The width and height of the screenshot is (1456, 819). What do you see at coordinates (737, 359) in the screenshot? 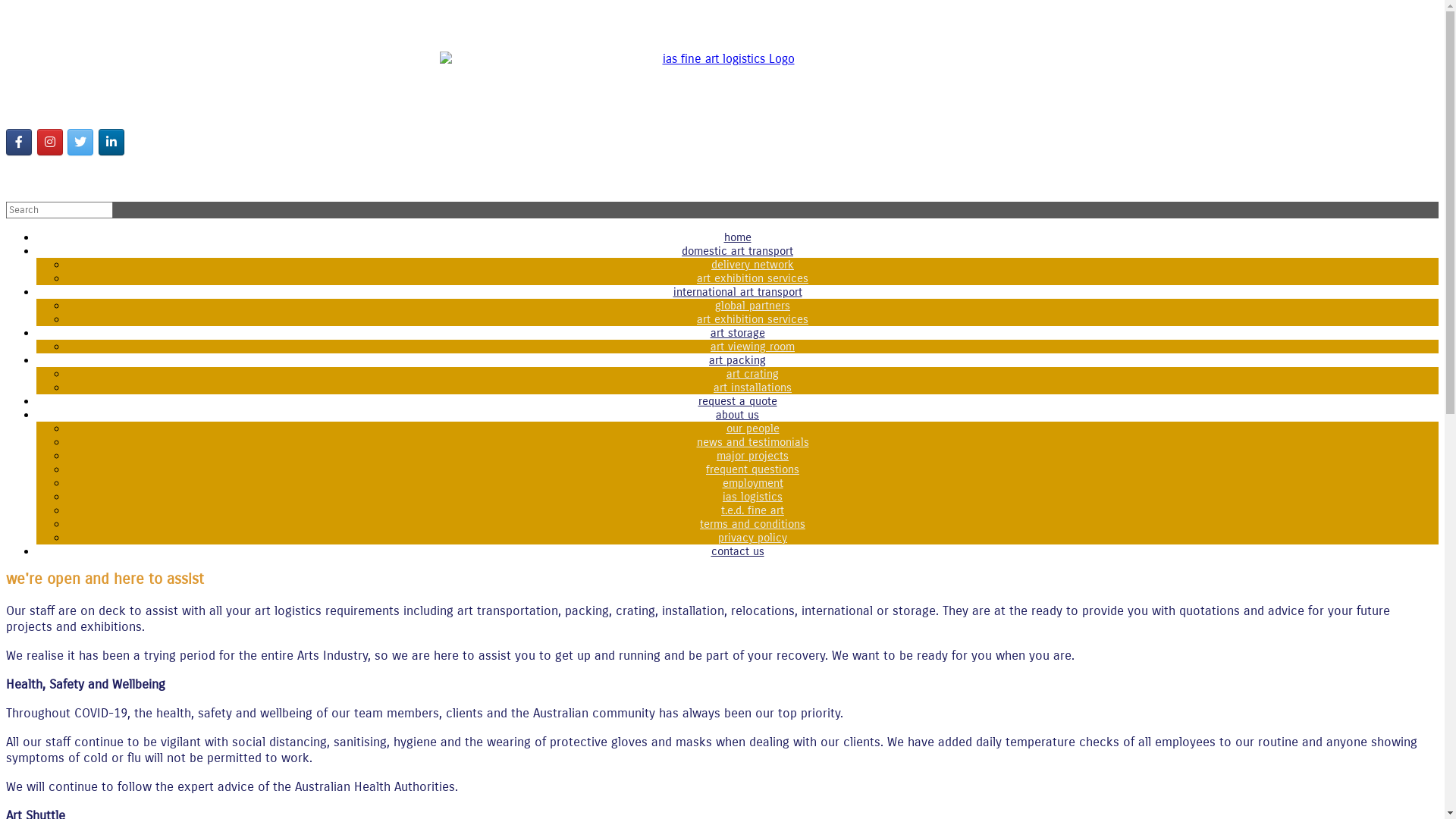
I see `'art packing'` at bounding box center [737, 359].